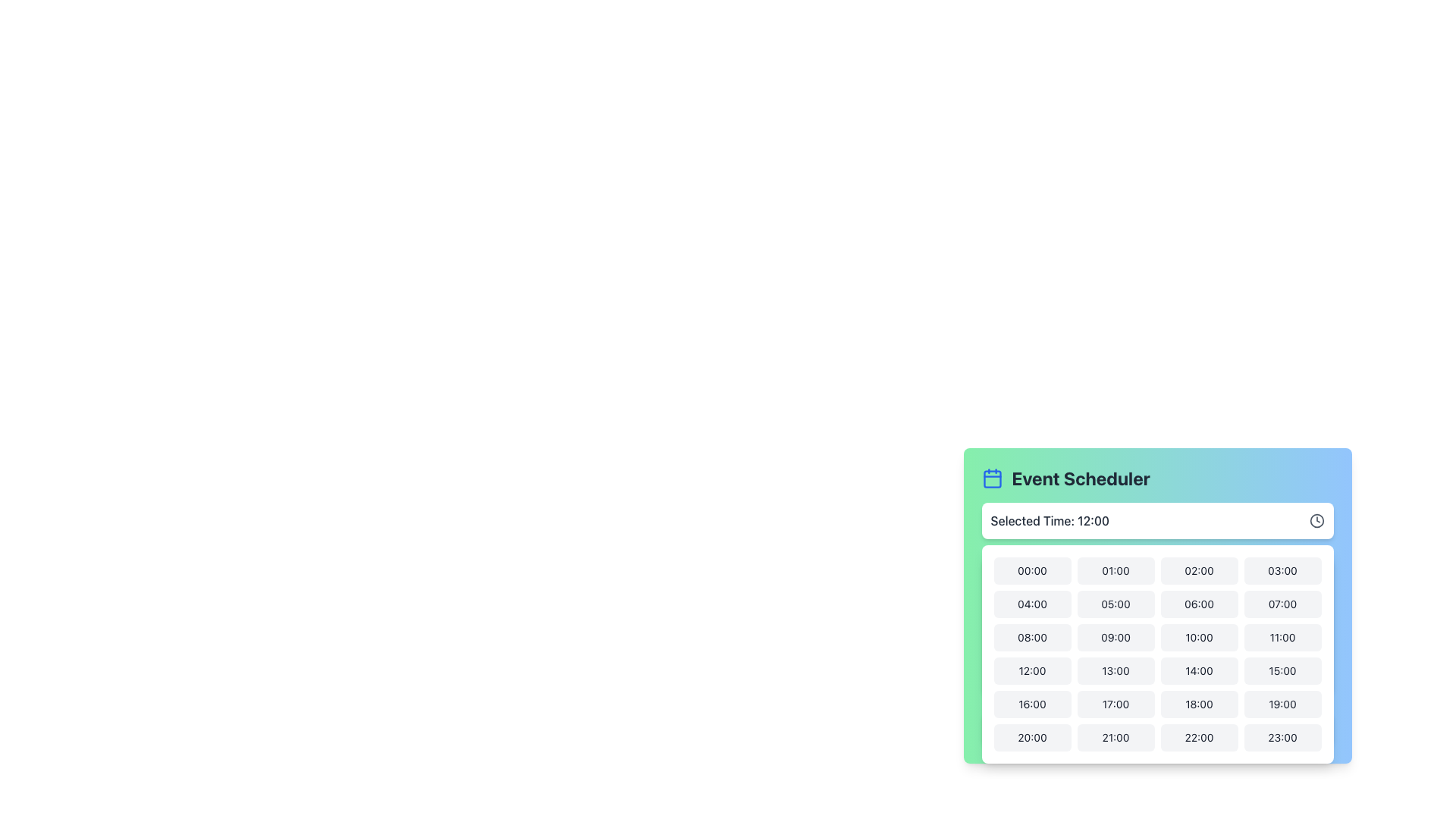  I want to click on the time selection button located in the first column of the fifth row in the 'Event Scheduler' modal, so click(1031, 704).